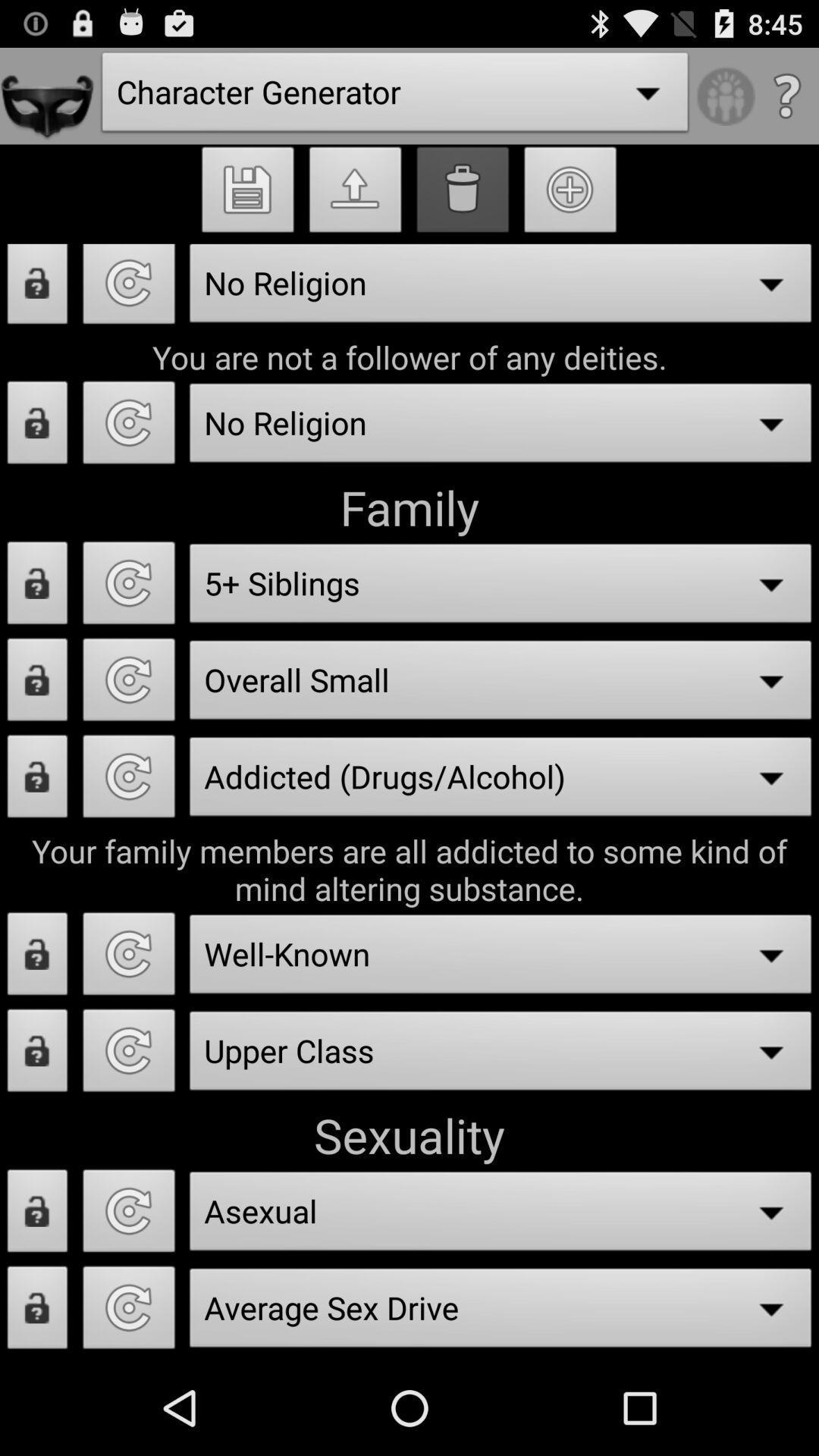 The image size is (819, 1456). I want to click on lock, so click(36, 957).